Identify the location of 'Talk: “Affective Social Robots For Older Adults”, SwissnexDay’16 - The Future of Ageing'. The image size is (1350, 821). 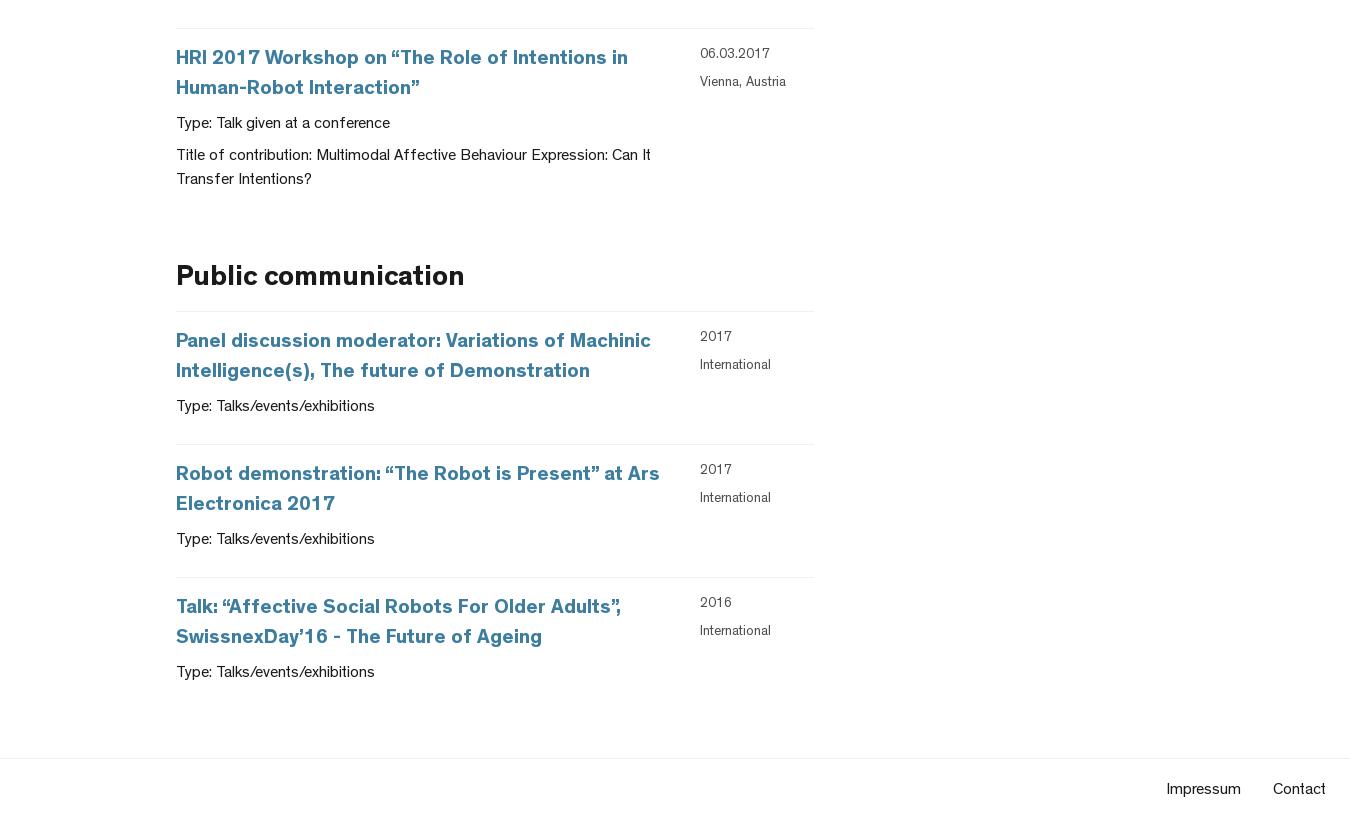
(398, 623).